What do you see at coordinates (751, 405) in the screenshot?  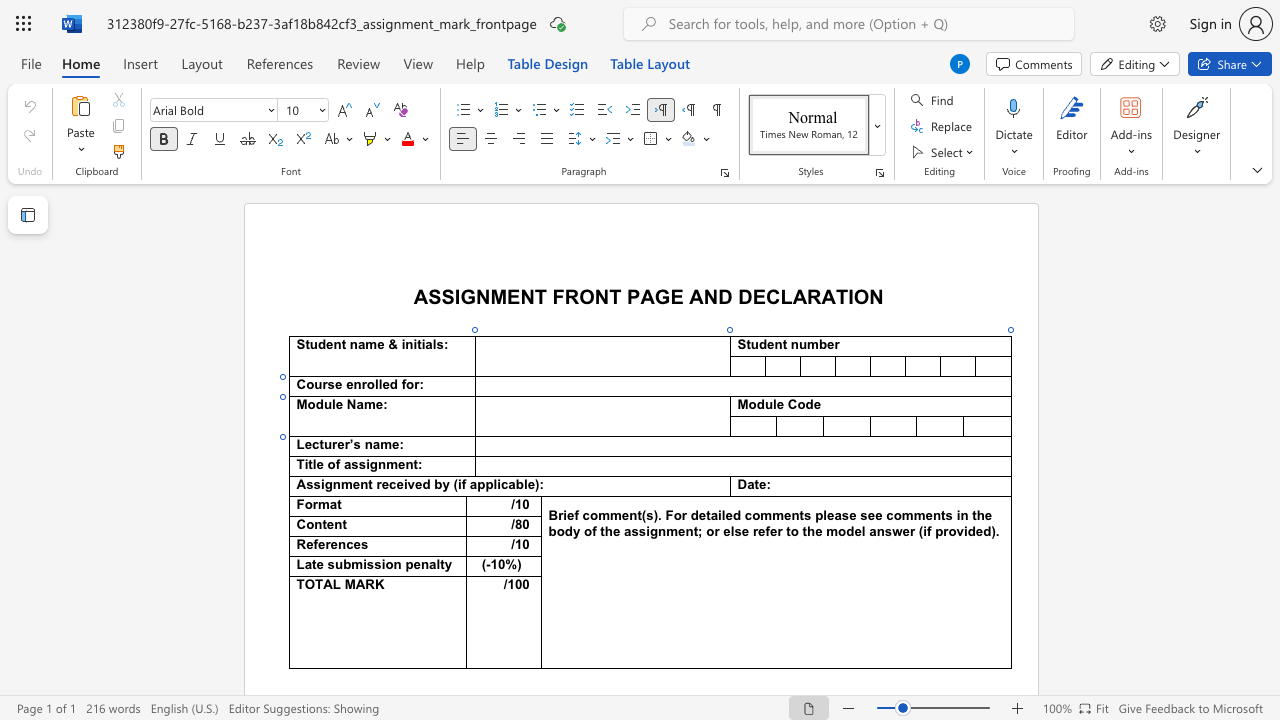 I see `the 1th character "o" in the text` at bounding box center [751, 405].